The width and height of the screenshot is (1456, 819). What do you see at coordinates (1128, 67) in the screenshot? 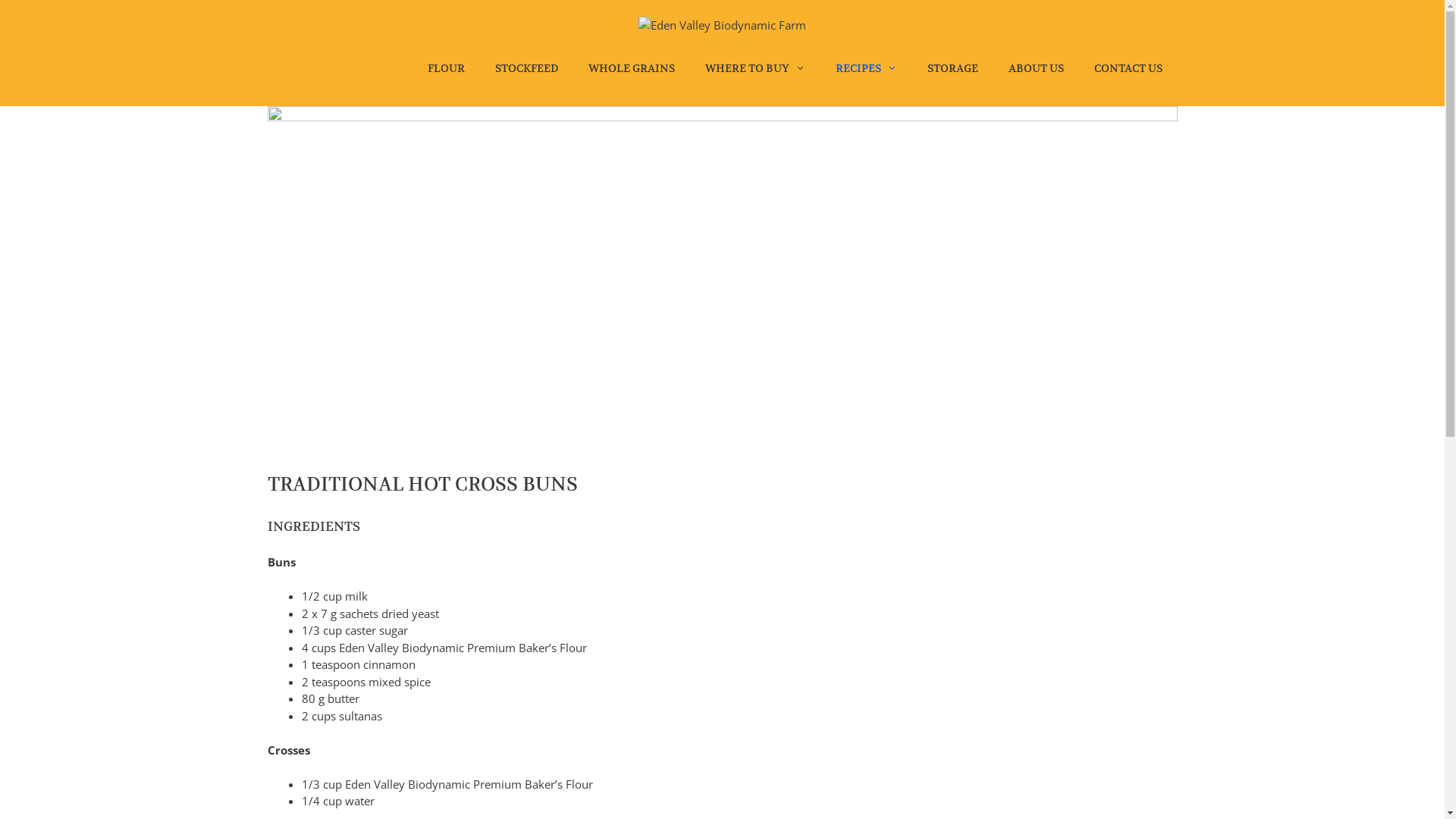
I see `'CONTACT US'` at bounding box center [1128, 67].